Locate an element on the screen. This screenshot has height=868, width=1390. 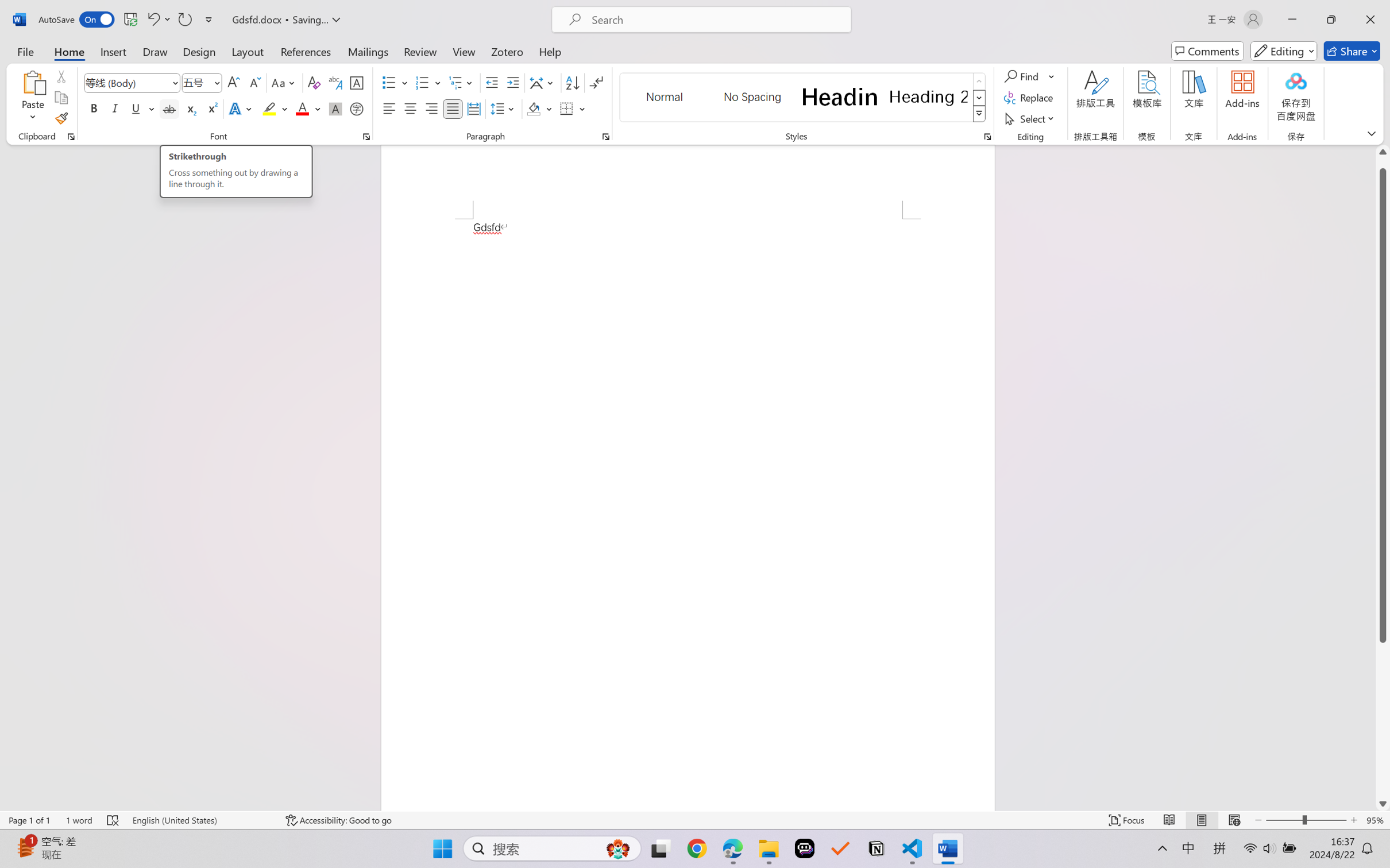
'Justify' is located at coordinates (452, 108).